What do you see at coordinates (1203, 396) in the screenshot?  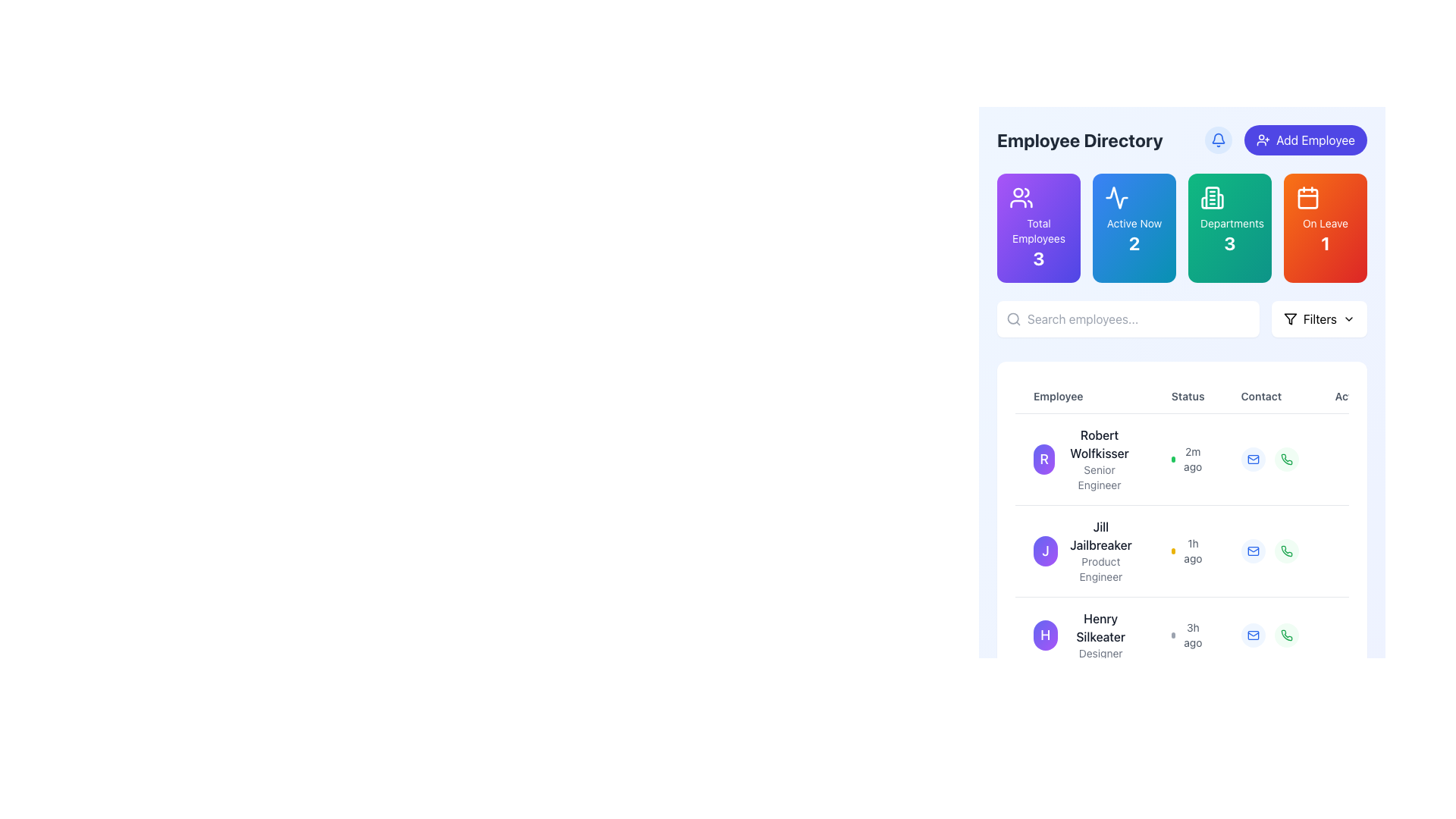 I see `text of the column header labeled 'Status' within the table header row, which is the second column header between 'Employee' and 'Contact'` at bounding box center [1203, 396].